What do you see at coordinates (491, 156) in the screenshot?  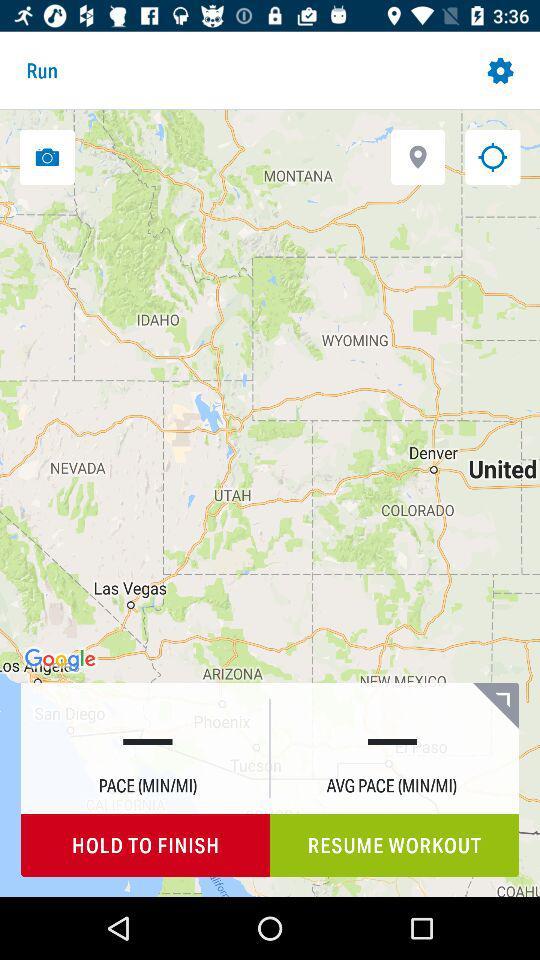 I see `this is a map` at bounding box center [491, 156].